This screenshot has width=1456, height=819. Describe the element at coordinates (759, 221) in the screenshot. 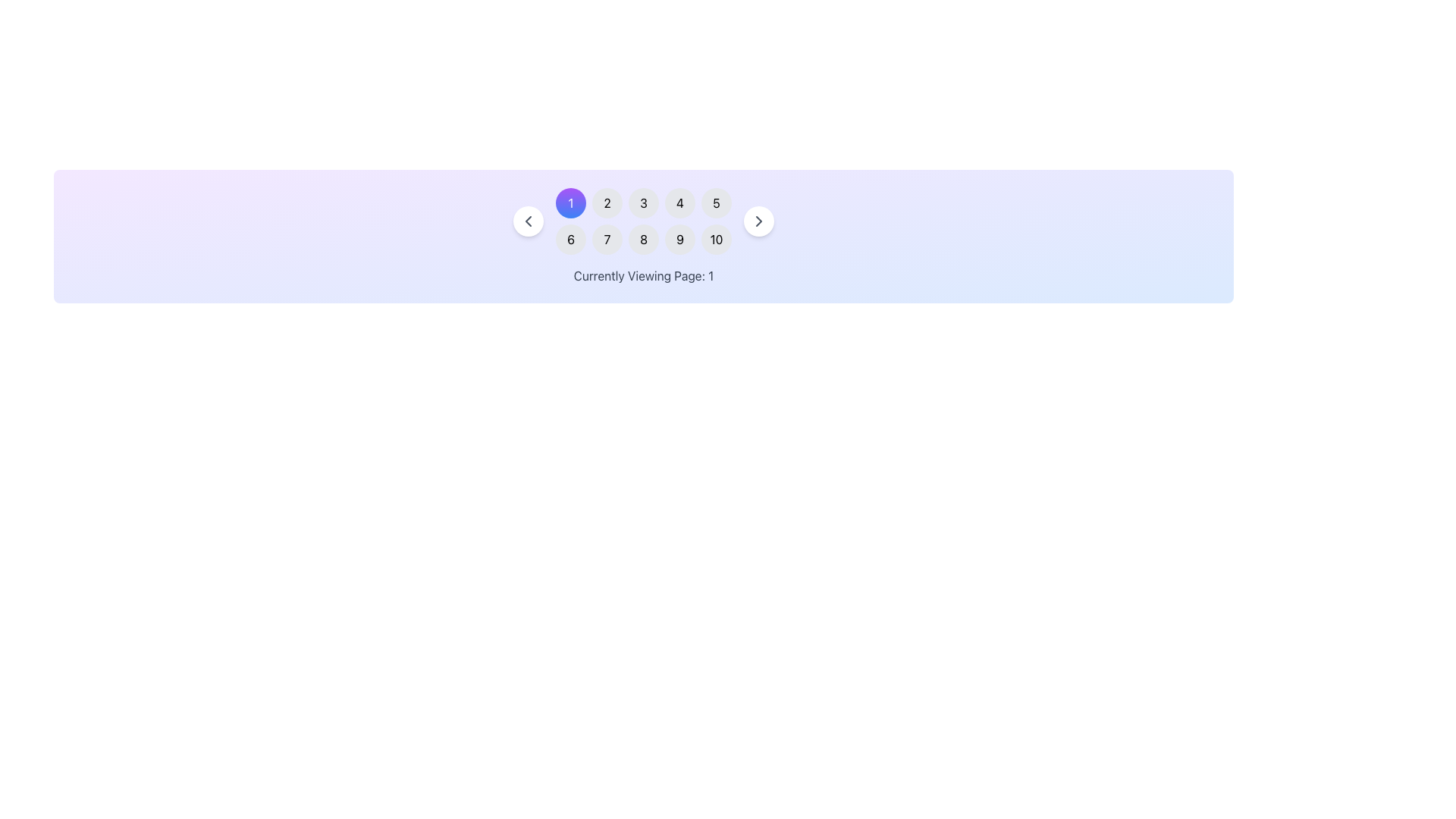

I see `the circular button with a white background and gray right-pointing chevron icon in the pagination section` at that location.